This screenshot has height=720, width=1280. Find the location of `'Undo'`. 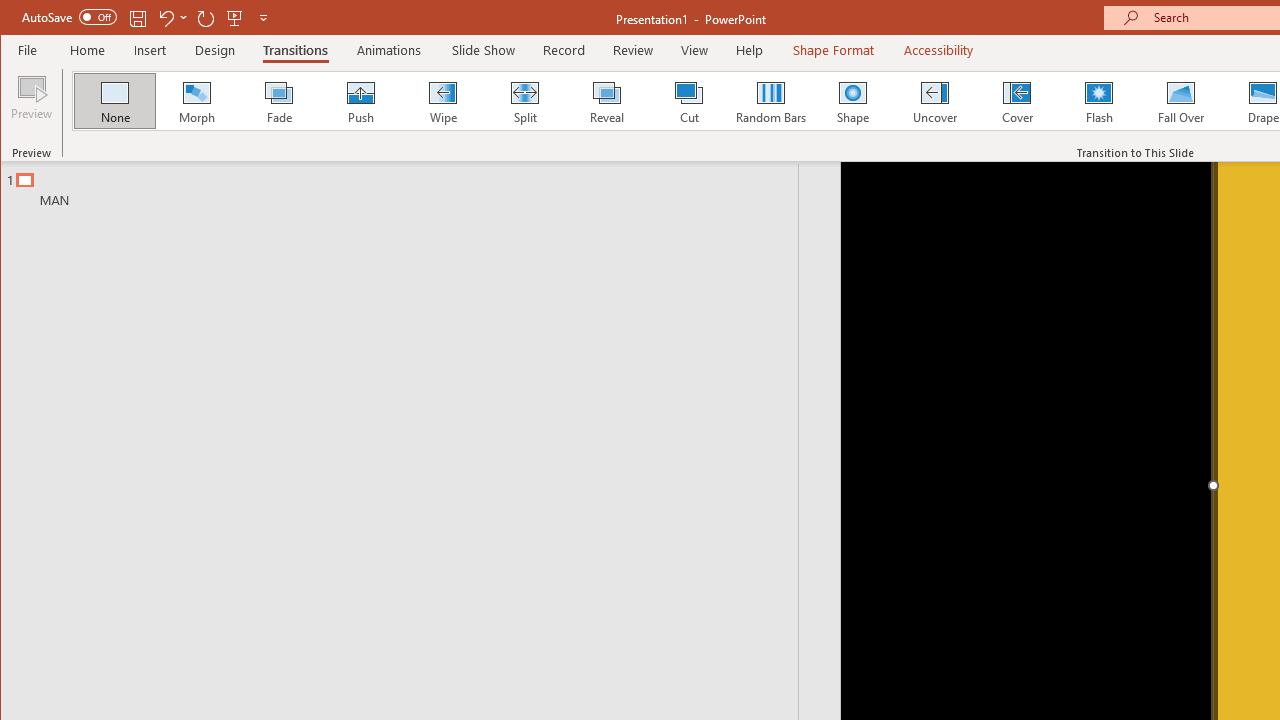

'Undo' is located at coordinates (165, 17).